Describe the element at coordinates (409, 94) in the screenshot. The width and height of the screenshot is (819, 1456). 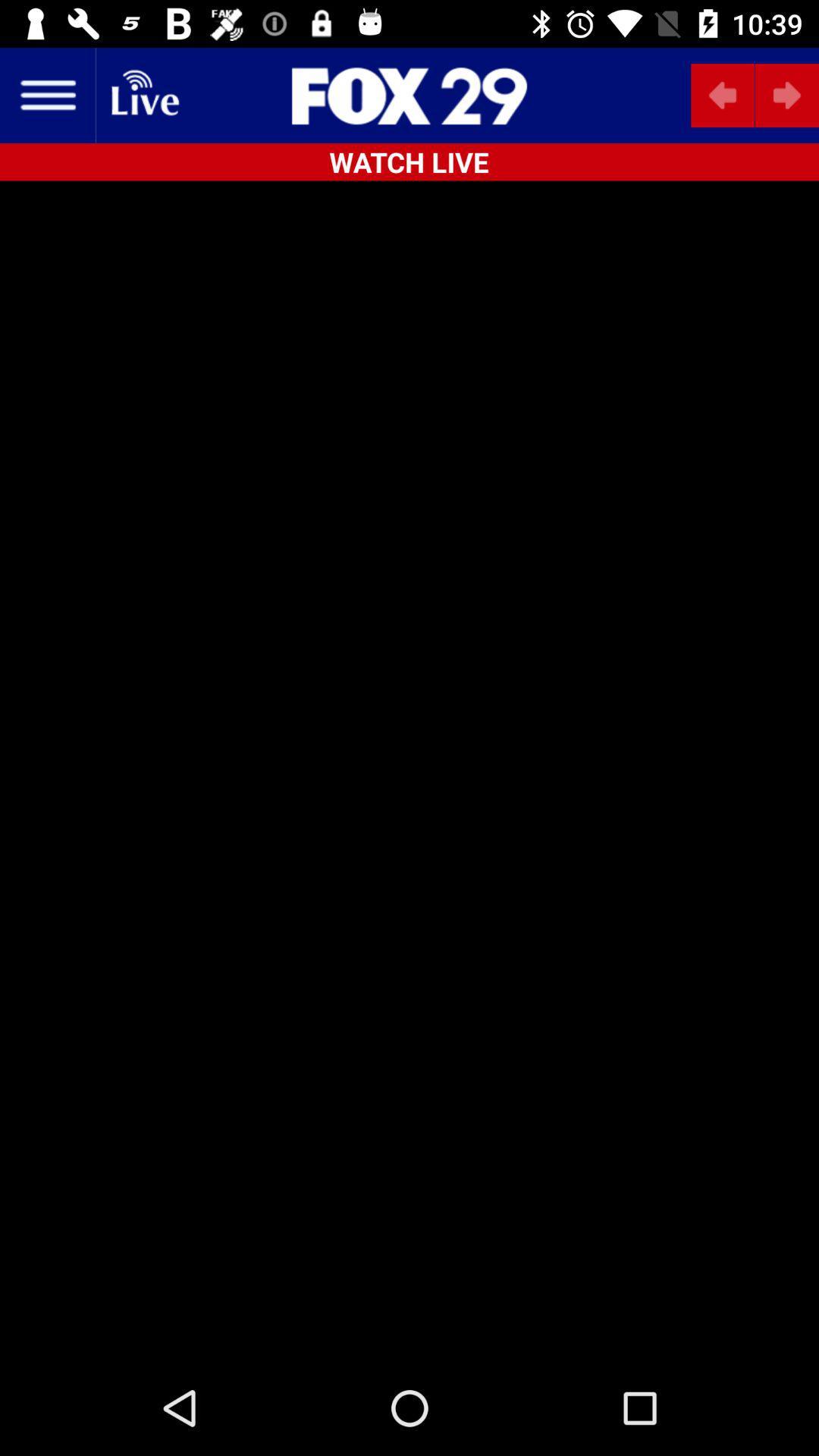
I see `the sliders icon` at that location.